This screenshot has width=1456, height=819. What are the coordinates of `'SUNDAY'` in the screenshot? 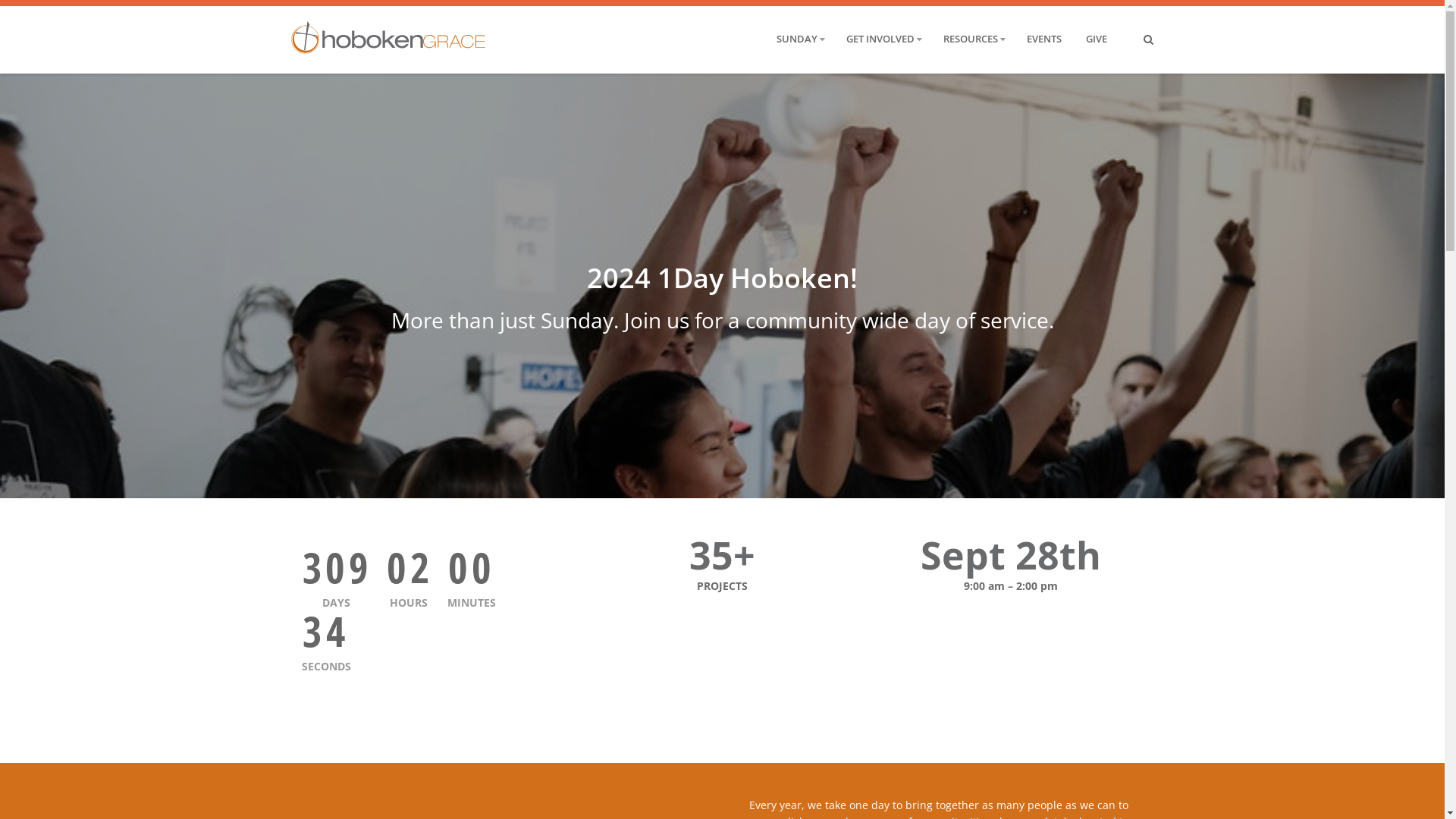 It's located at (796, 39).